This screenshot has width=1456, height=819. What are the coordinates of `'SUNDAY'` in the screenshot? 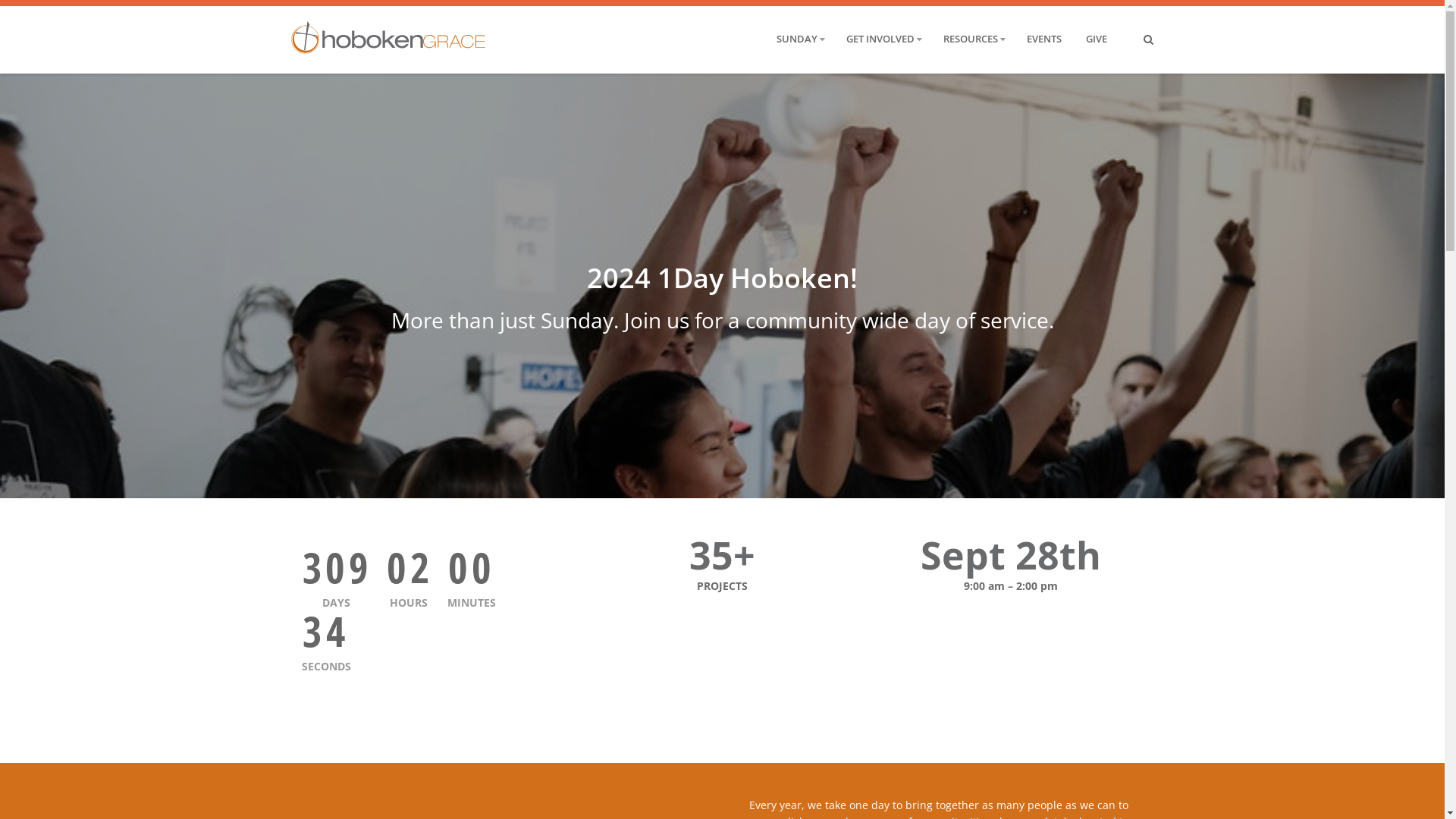 It's located at (796, 39).